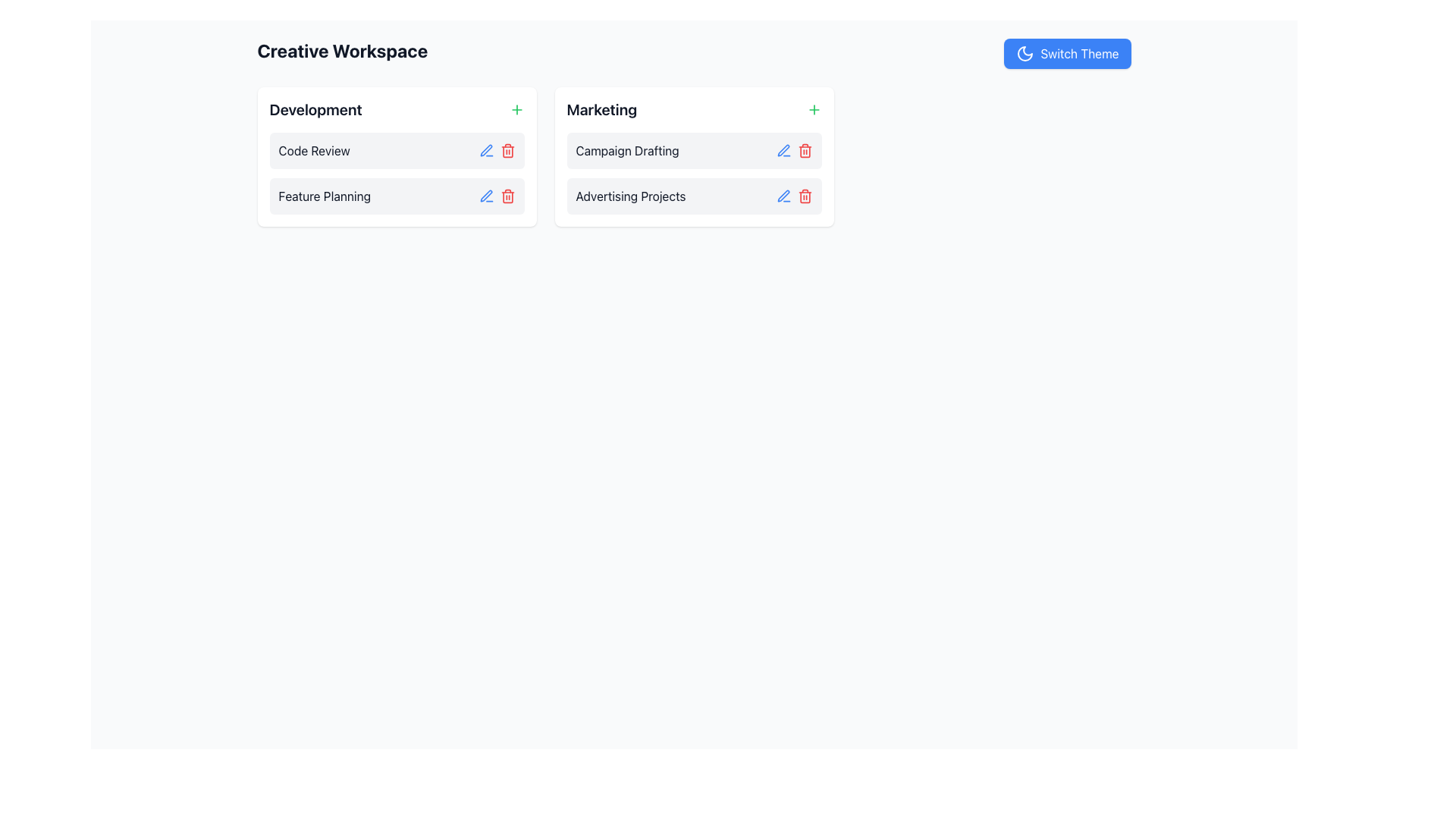 Image resolution: width=1456 pixels, height=819 pixels. What do you see at coordinates (627, 151) in the screenshot?
I see `the text label displaying 'Campaign Drafting', which is the first item in the 'Marketing' card, positioned above 'Advertising Projects'` at bounding box center [627, 151].